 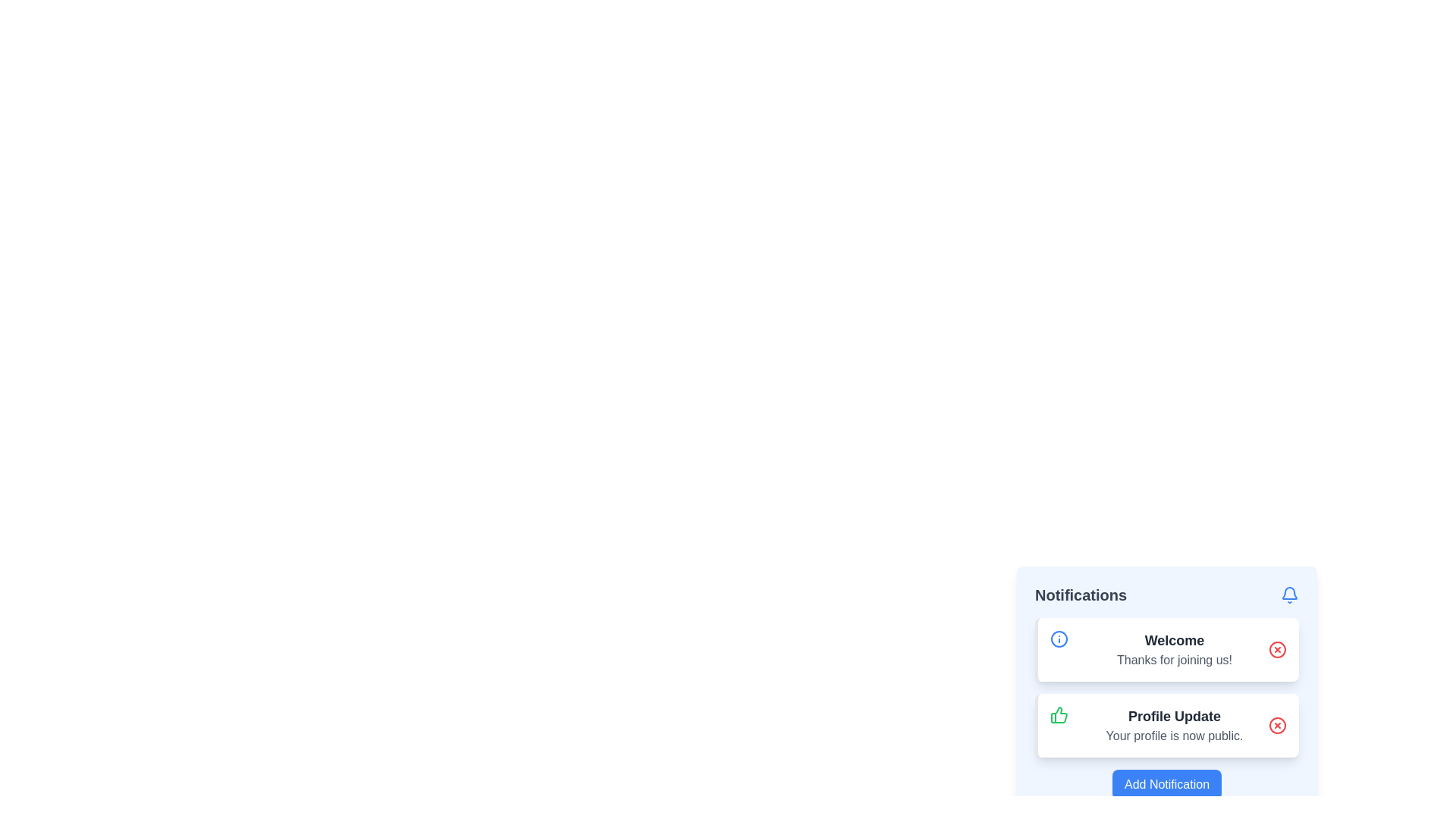 What do you see at coordinates (1276, 724) in the screenshot?
I see `the dismiss button located at the top-right corner of the 'Profile Update' notification` at bounding box center [1276, 724].